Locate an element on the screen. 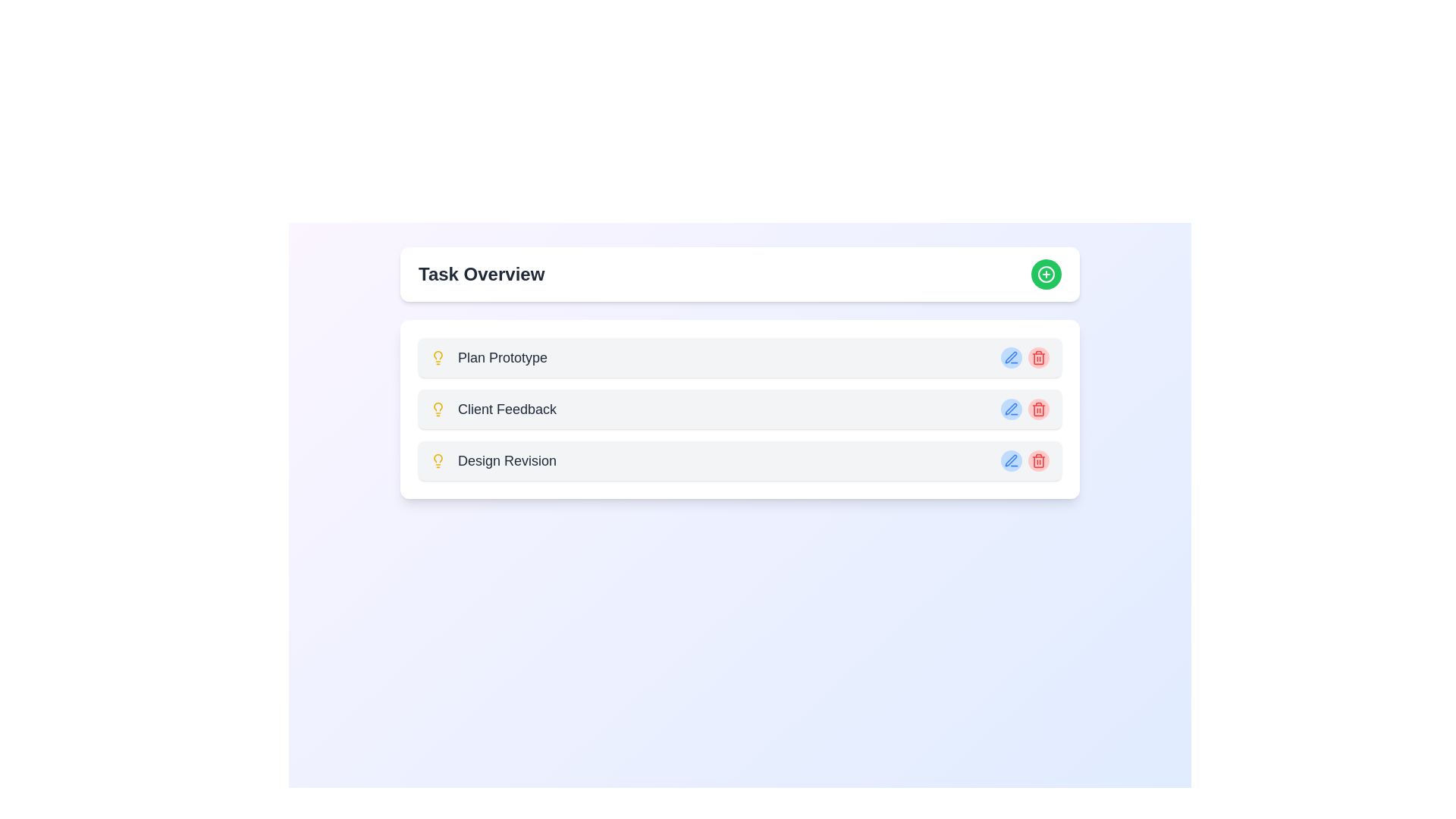 Image resolution: width=1456 pixels, height=819 pixels. the lightbulb icon that is styled with yellow color and outlined strokes, located next to the text 'Design Revision' is located at coordinates (437, 460).